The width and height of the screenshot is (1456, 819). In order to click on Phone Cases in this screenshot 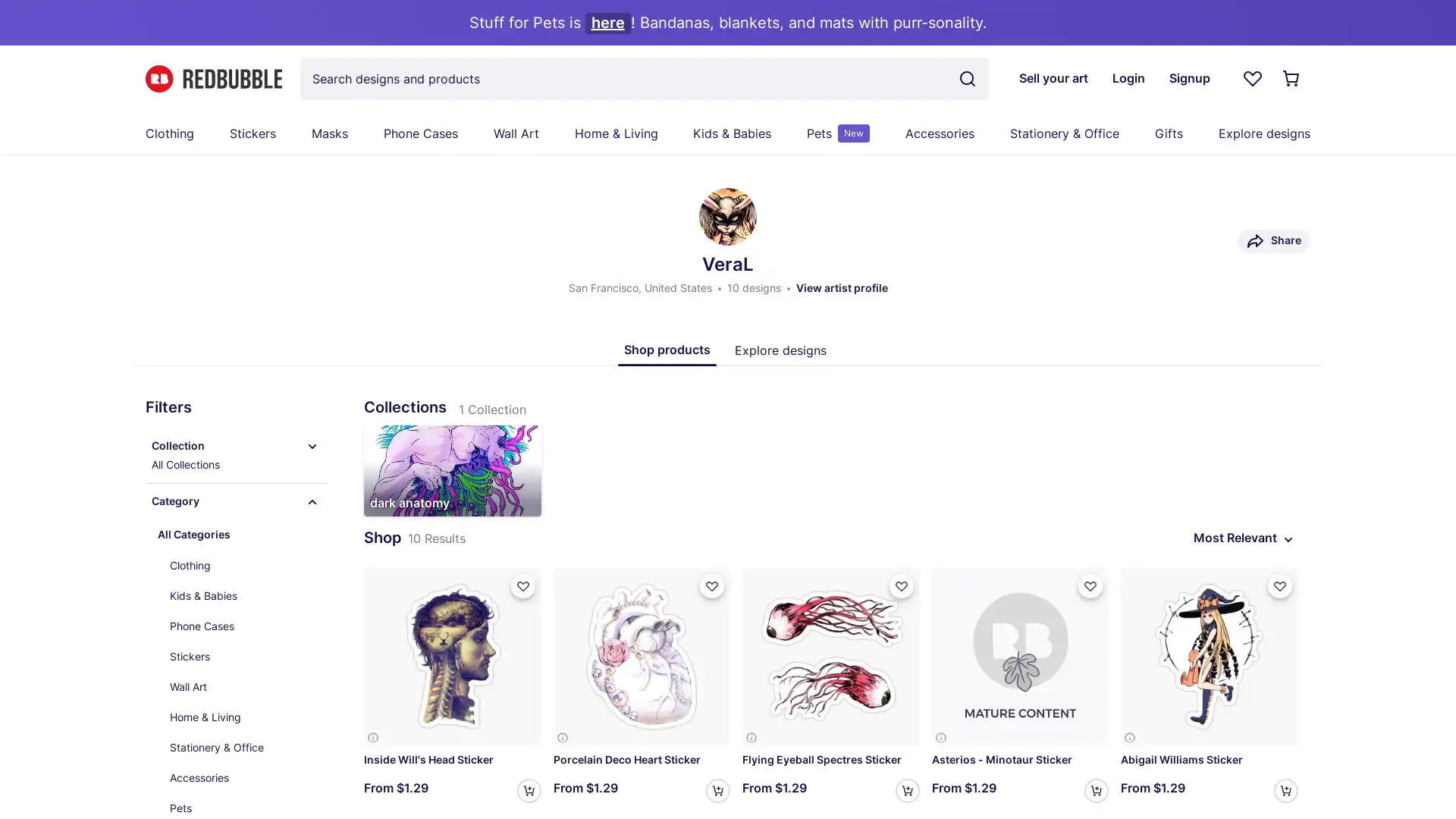, I will do `click(243, 626)`.